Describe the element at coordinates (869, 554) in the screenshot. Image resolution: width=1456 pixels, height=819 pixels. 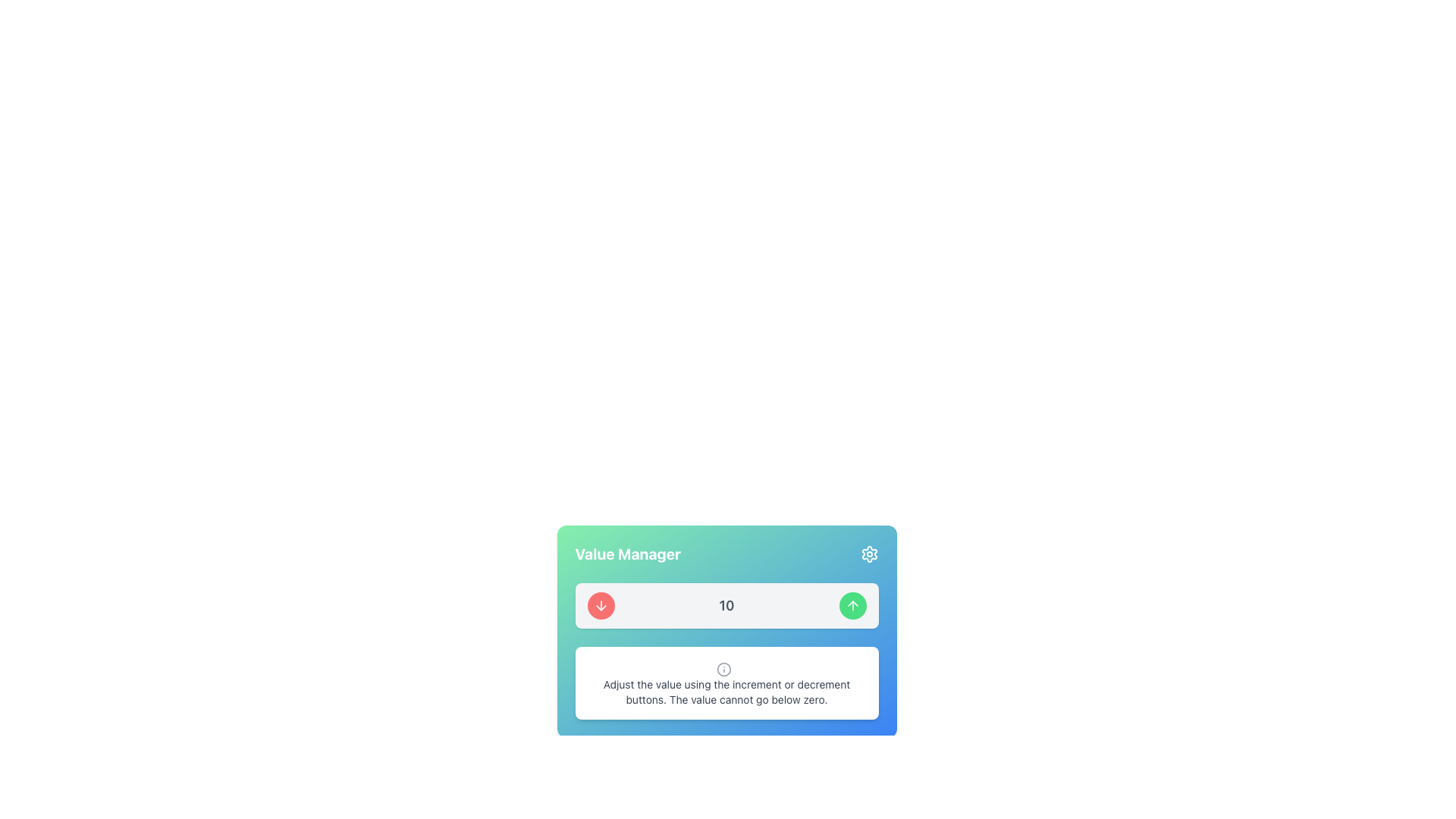
I see `the settings icon, which is a small cogwheel shape with a white stroke on a light blue background, located at the top-right corner of the 'Value Manager' card` at that location.